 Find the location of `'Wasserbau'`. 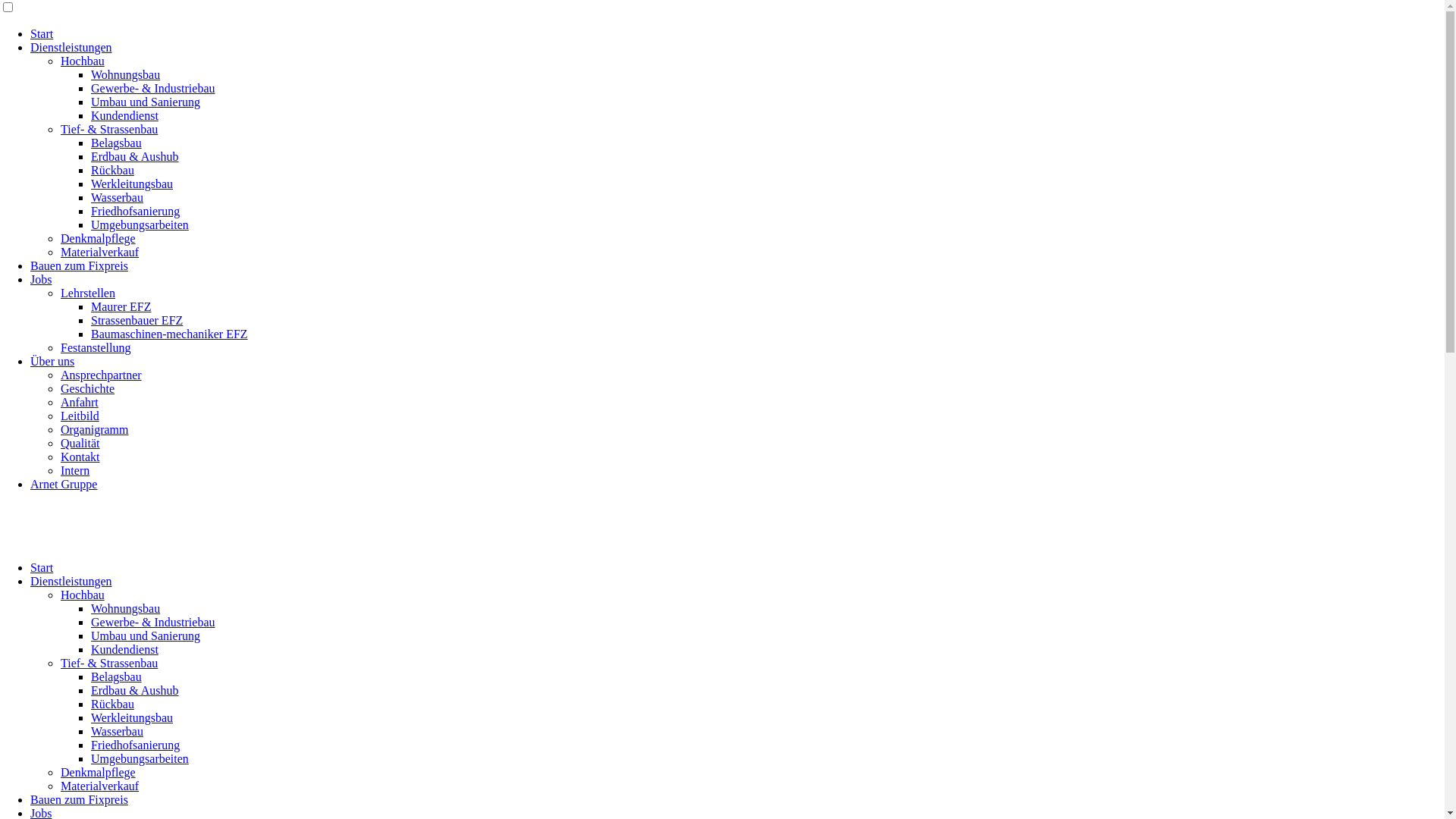

'Wasserbau' is located at coordinates (116, 730).